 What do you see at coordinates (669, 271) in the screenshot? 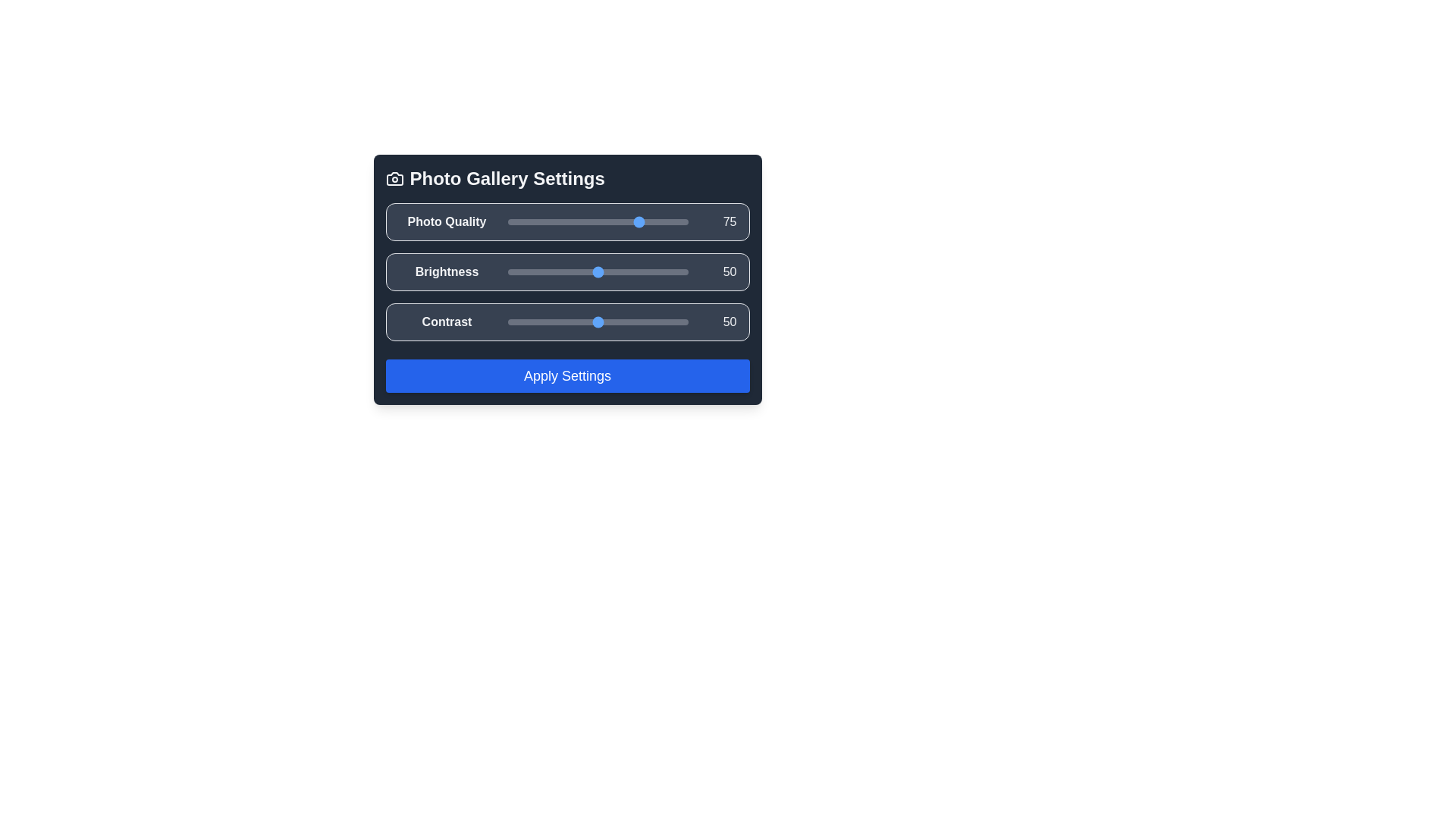
I see `brightness` at bounding box center [669, 271].